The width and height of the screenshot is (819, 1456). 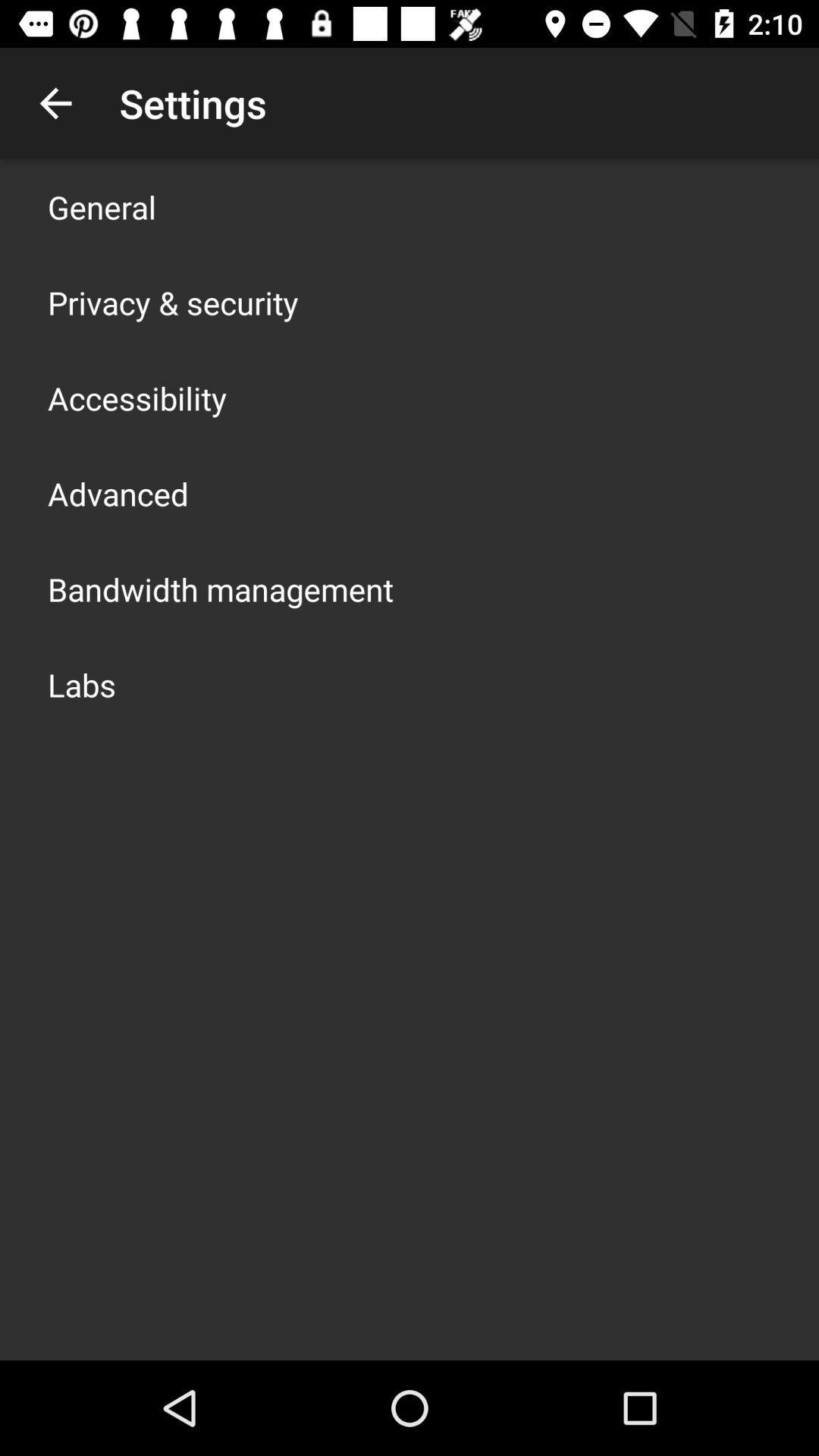 What do you see at coordinates (55, 102) in the screenshot?
I see `the item above the general icon` at bounding box center [55, 102].